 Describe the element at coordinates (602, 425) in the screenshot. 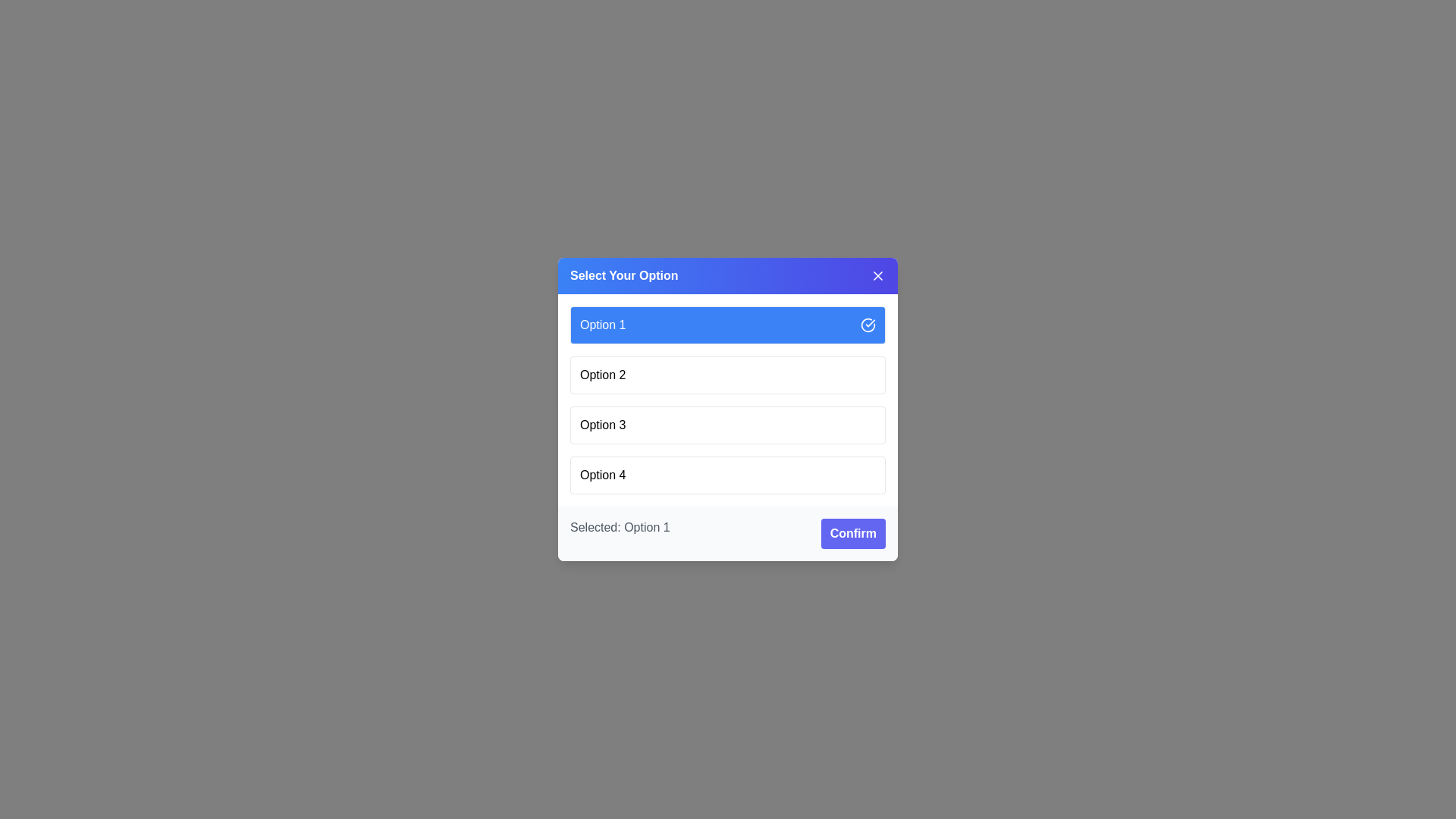

I see `the selectable item 'Option 3' in the list` at that location.